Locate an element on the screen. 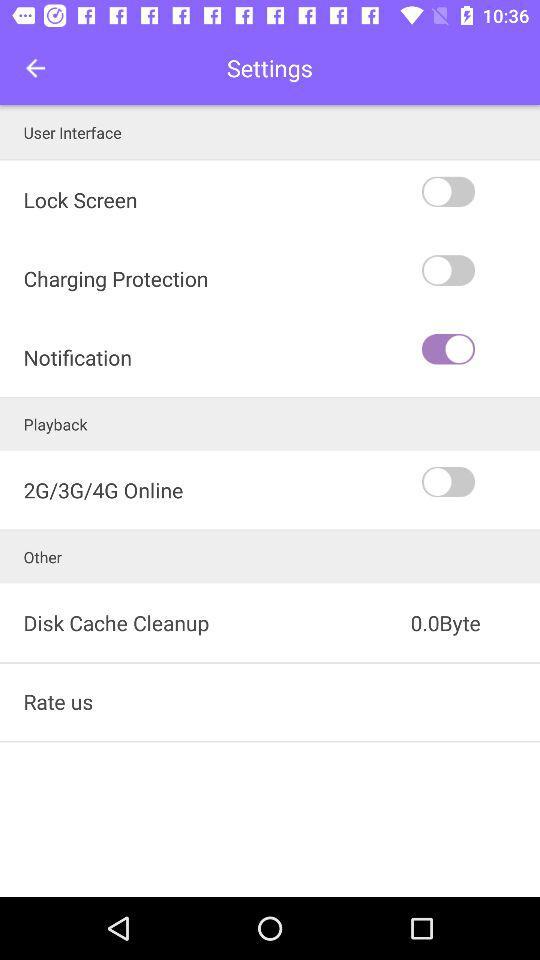 Image resolution: width=540 pixels, height=960 pixels. icon to the right of charging protection icon is located at coordinates (478, 349).